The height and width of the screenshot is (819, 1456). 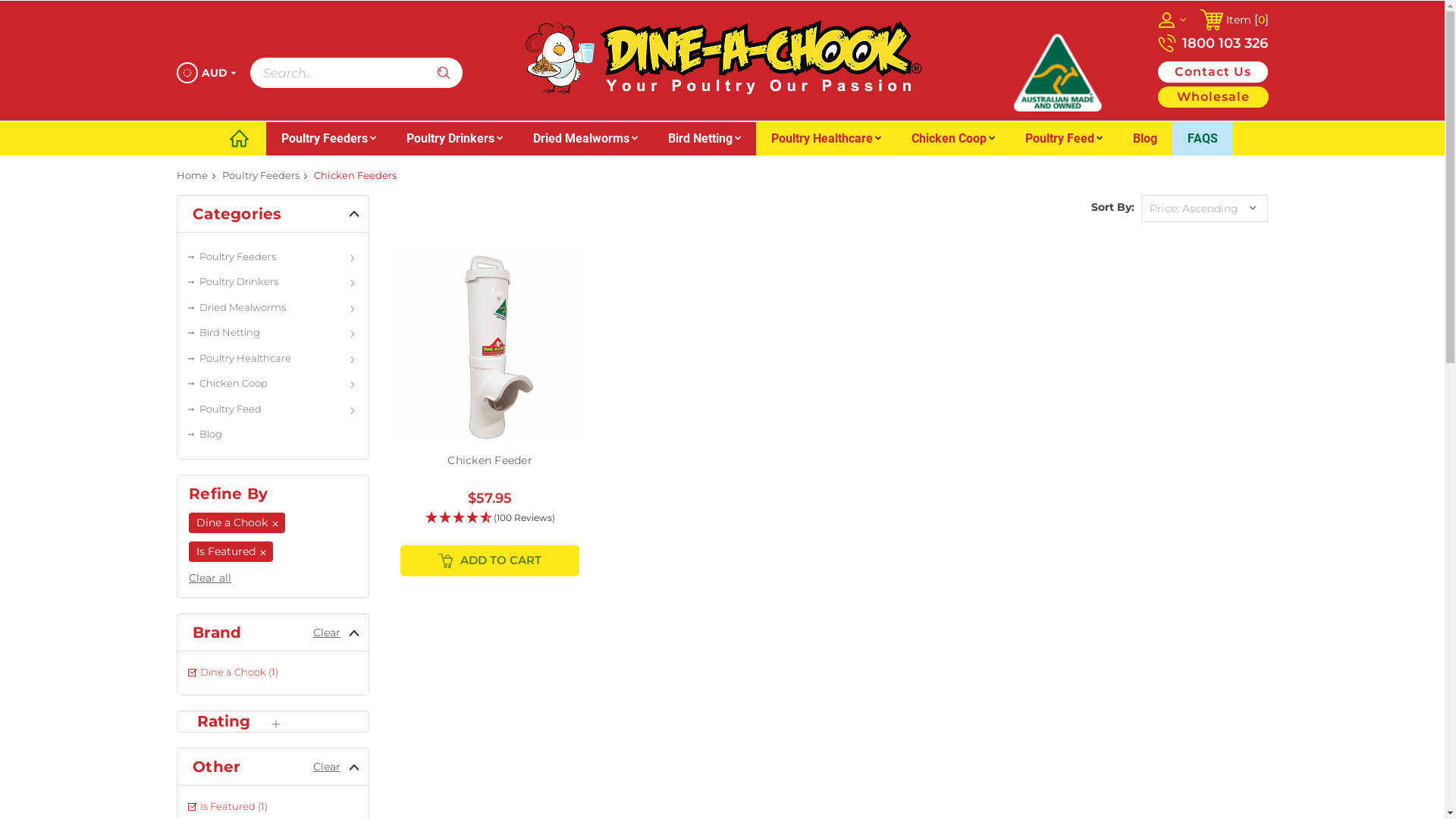 What do you see at coordinates (312, 632) in the screenshot?
I see `'Clear'` at bounding box center [312, 632].